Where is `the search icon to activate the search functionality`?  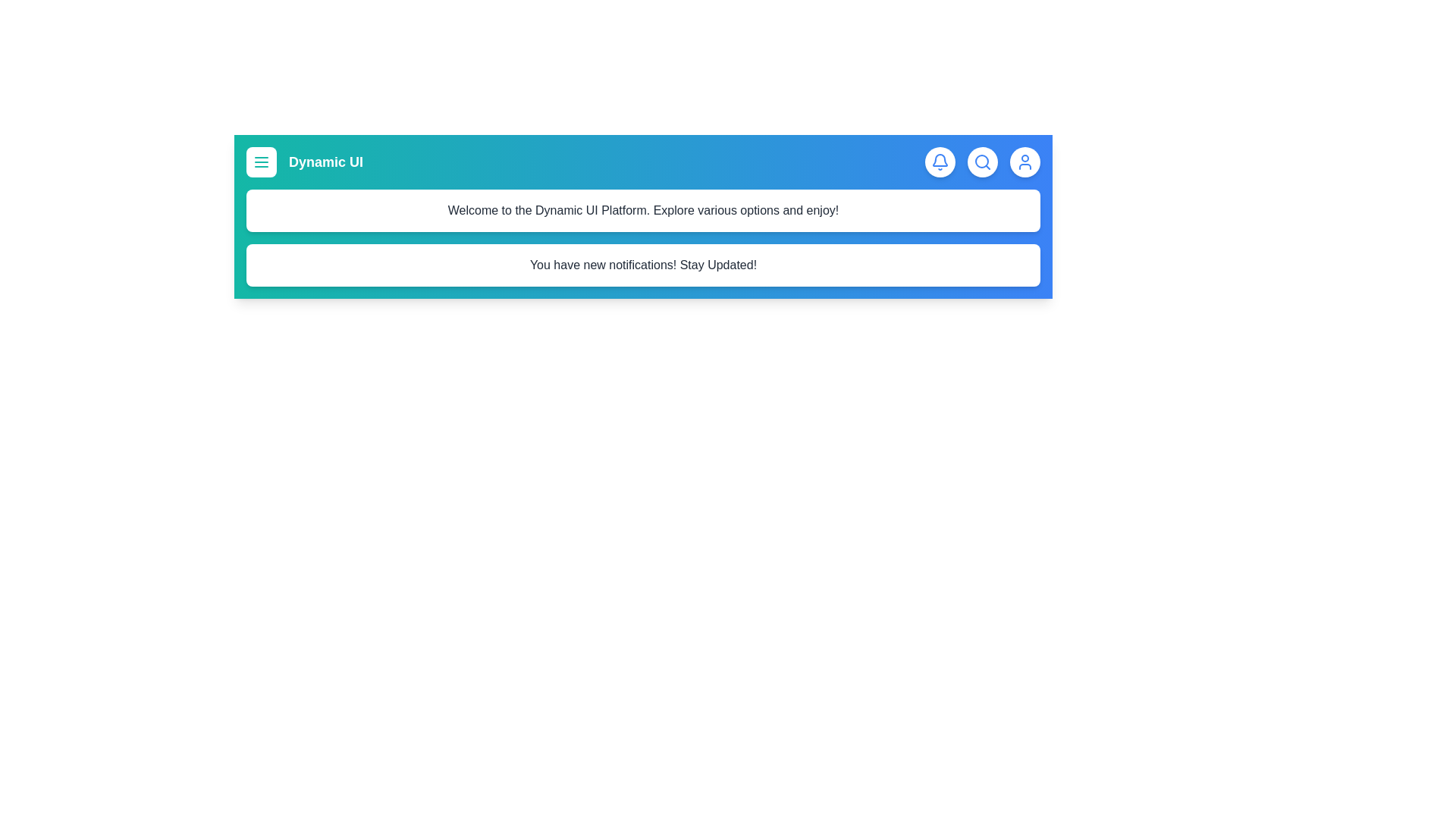
the search icon to activate the search functionality is located at coordinates (983, 162).